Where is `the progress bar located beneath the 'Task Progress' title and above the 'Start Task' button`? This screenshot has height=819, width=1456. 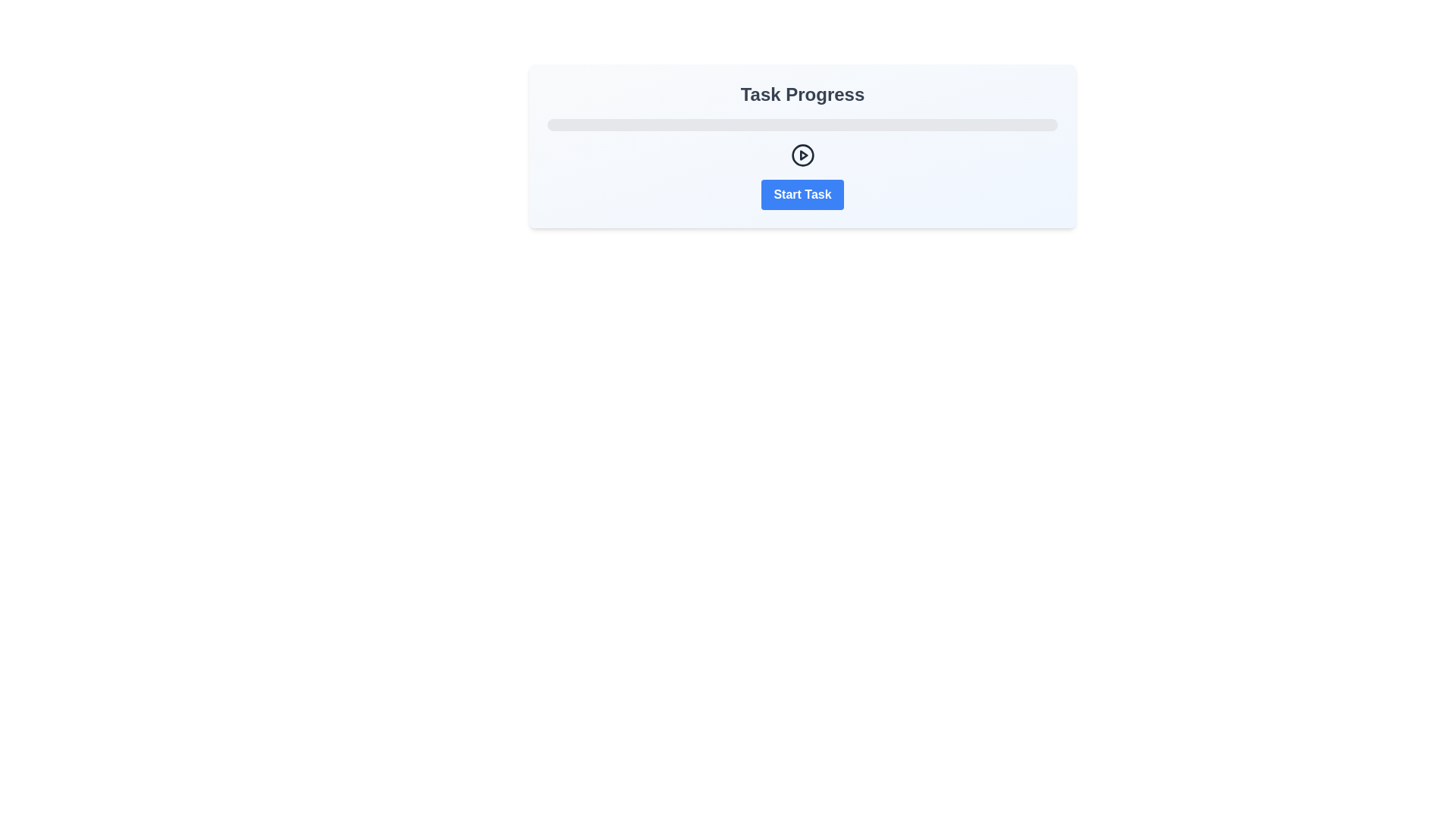
the progress bar located beneath the 'Task Progress' title and above the 'Start Task' button is located at coordinates (802, 124).